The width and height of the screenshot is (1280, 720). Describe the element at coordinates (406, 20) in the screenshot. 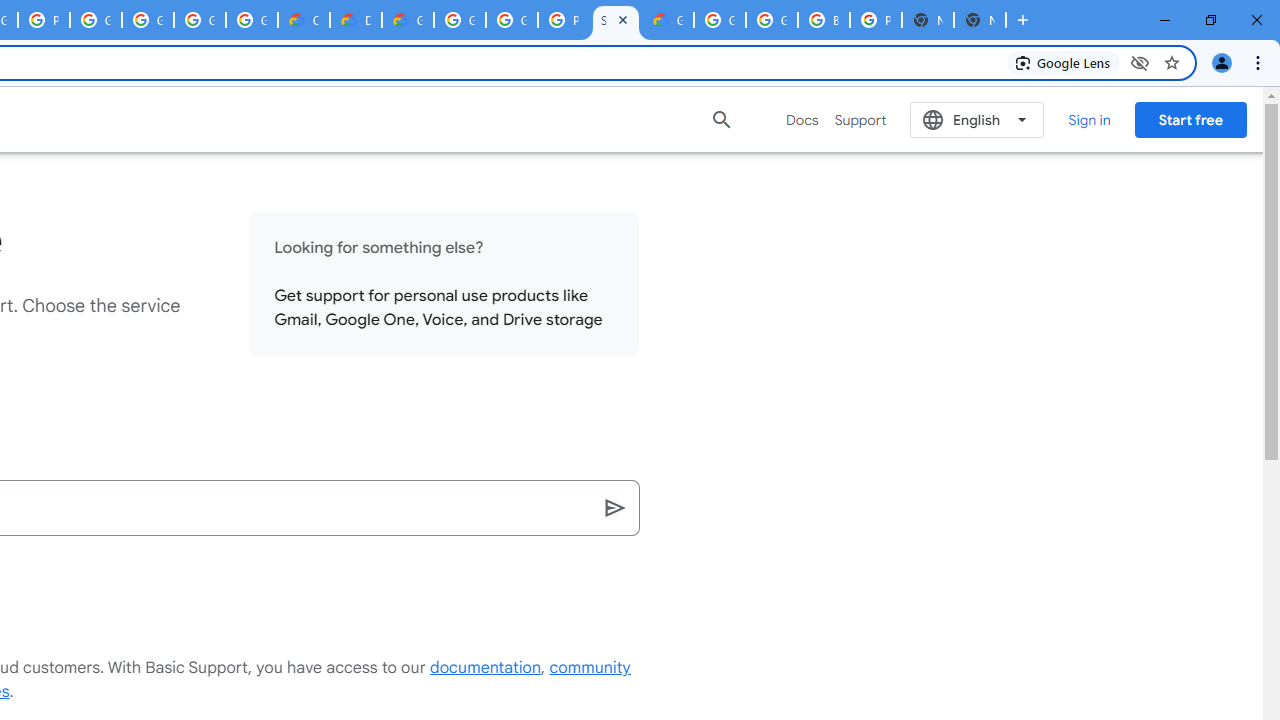

I see `'Gemini for Business and Developers | Google Cloud'` at that location.